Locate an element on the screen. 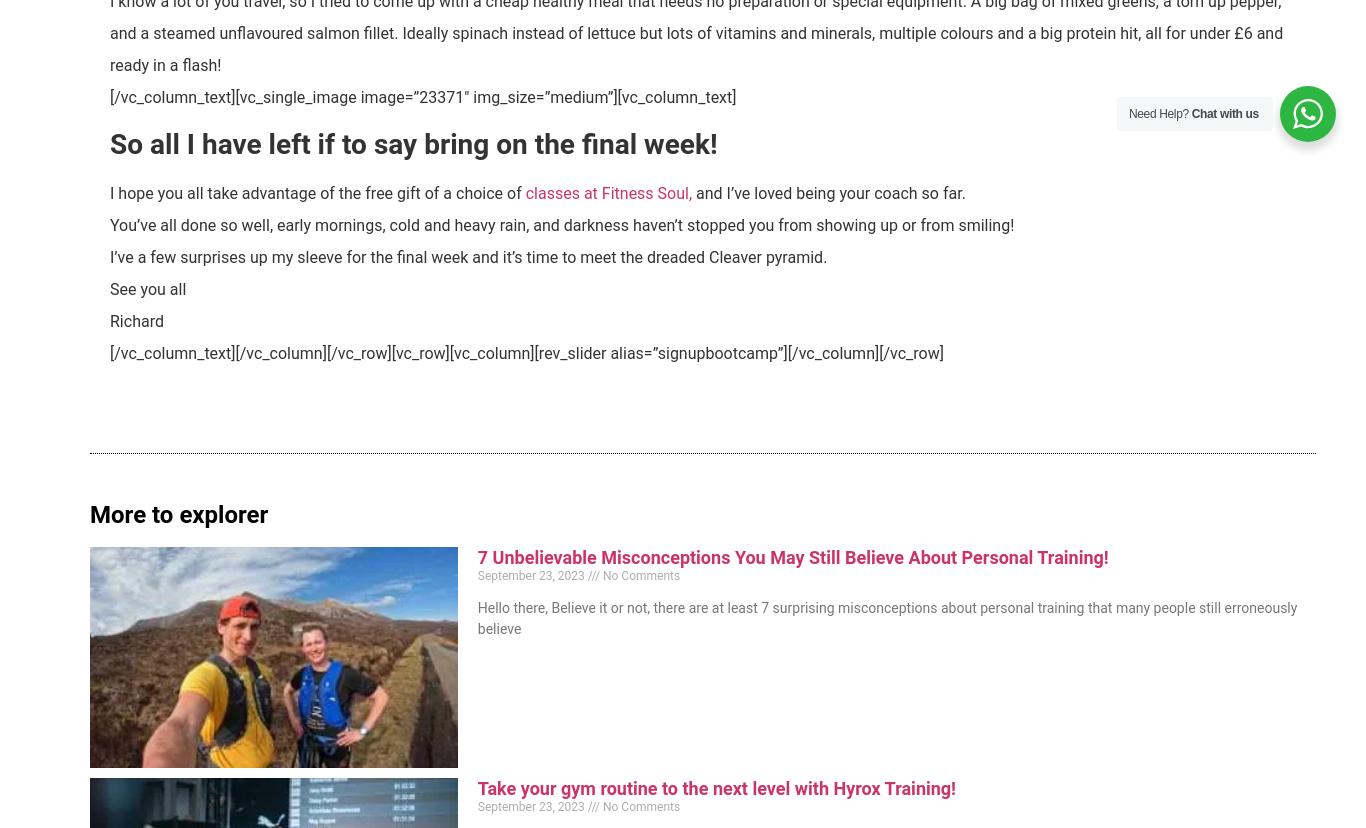 This screenshot has width=1366, height=828. 'You’ve all done so well, early mornings, cold and heavy rain, and darkness haven’t stopped you from showing up or from smiling!' is located at coordinates (561, 224).